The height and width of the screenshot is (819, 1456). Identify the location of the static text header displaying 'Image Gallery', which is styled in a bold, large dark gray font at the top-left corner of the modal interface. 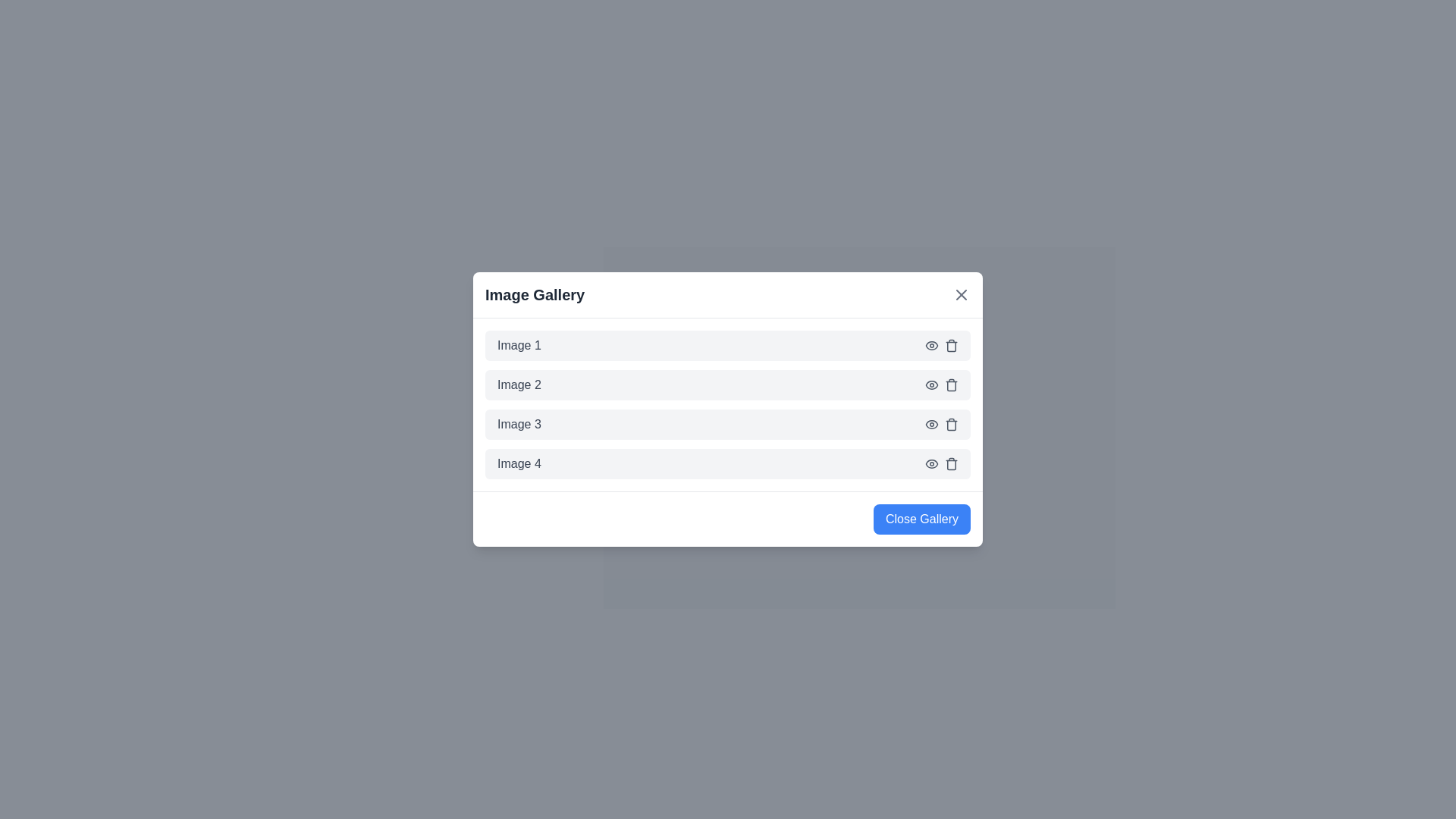
(535, 295).